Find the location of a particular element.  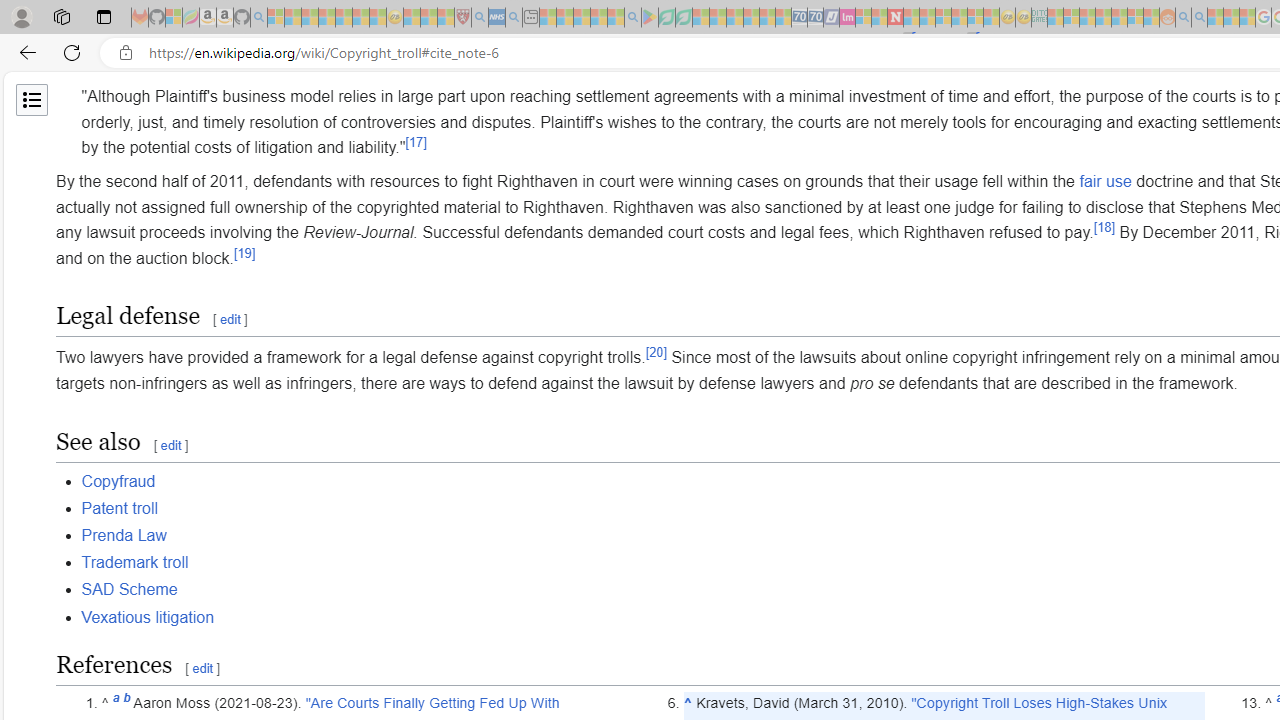

'Latest Politics News & Archive | Newsweek.com - Sleeping' is located at coordinates (894, 17).